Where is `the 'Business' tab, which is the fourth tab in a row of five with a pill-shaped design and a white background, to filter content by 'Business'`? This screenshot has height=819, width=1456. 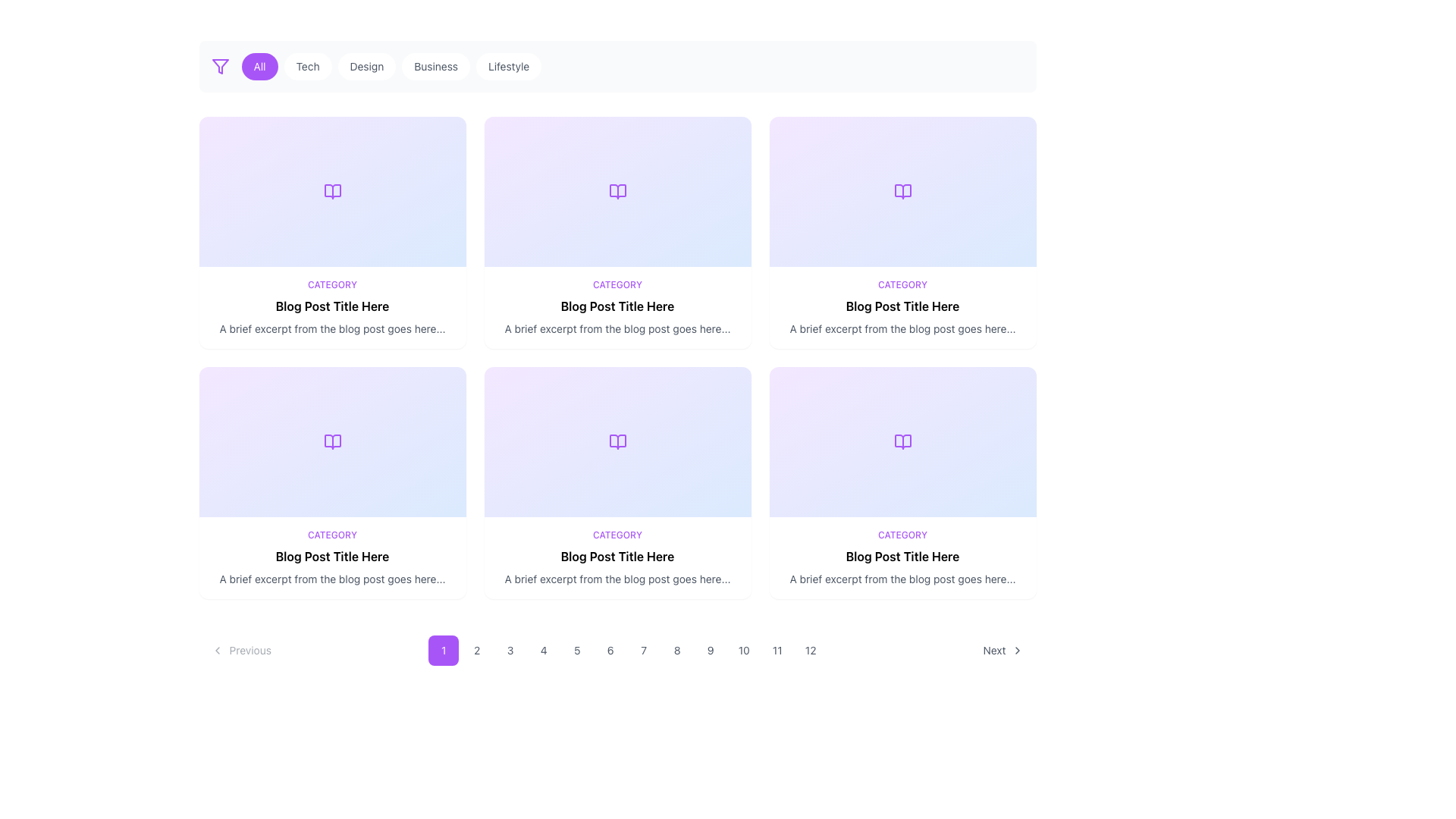
the 'Business' tab, which is the fourth tab in a row of five with a pill-shaped design and a white background, to filter content by 'Business' is located at coordinates (435, 66).